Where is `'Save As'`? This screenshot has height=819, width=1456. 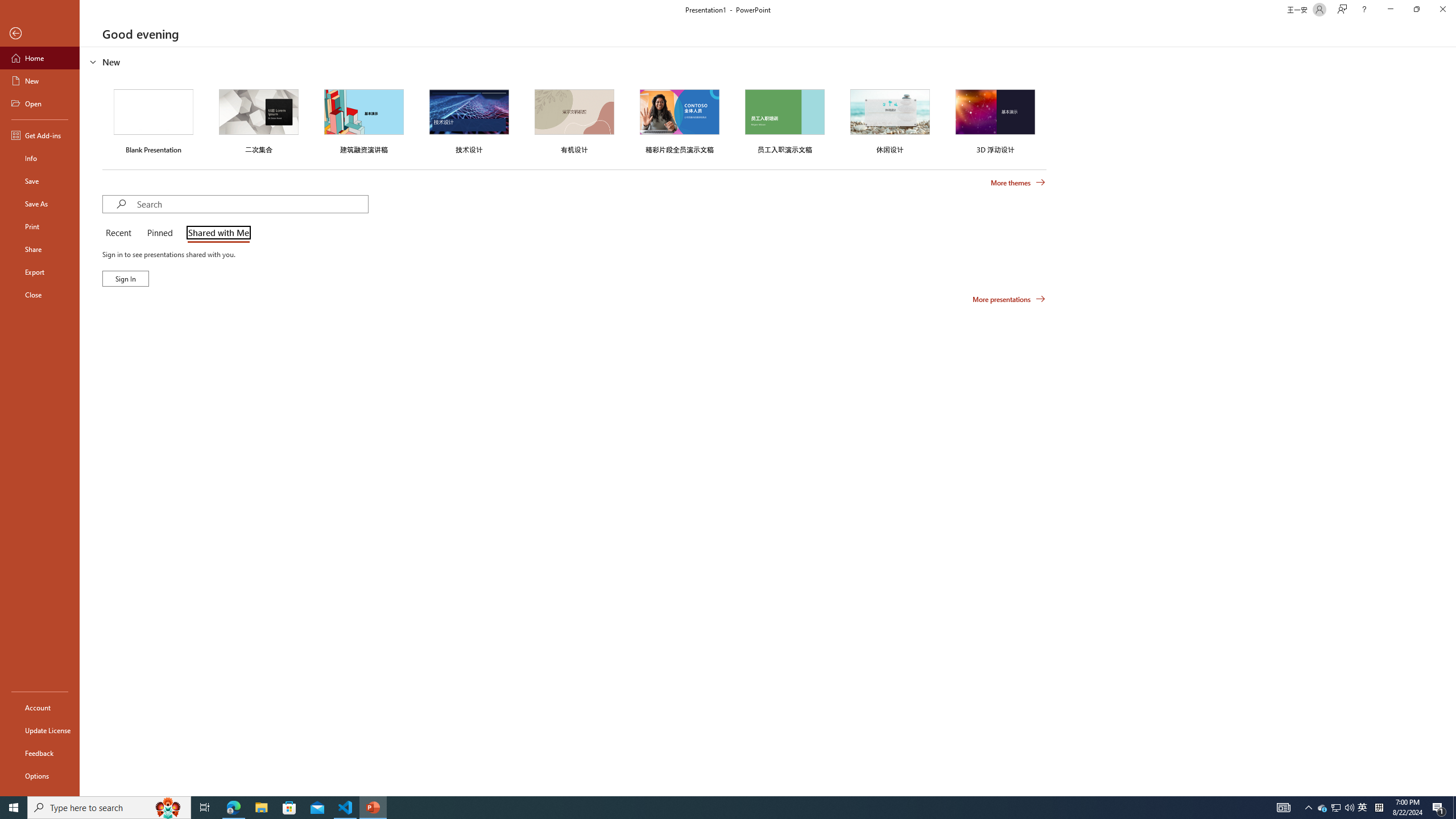
'Save As' is located at coordinates (39, 202).